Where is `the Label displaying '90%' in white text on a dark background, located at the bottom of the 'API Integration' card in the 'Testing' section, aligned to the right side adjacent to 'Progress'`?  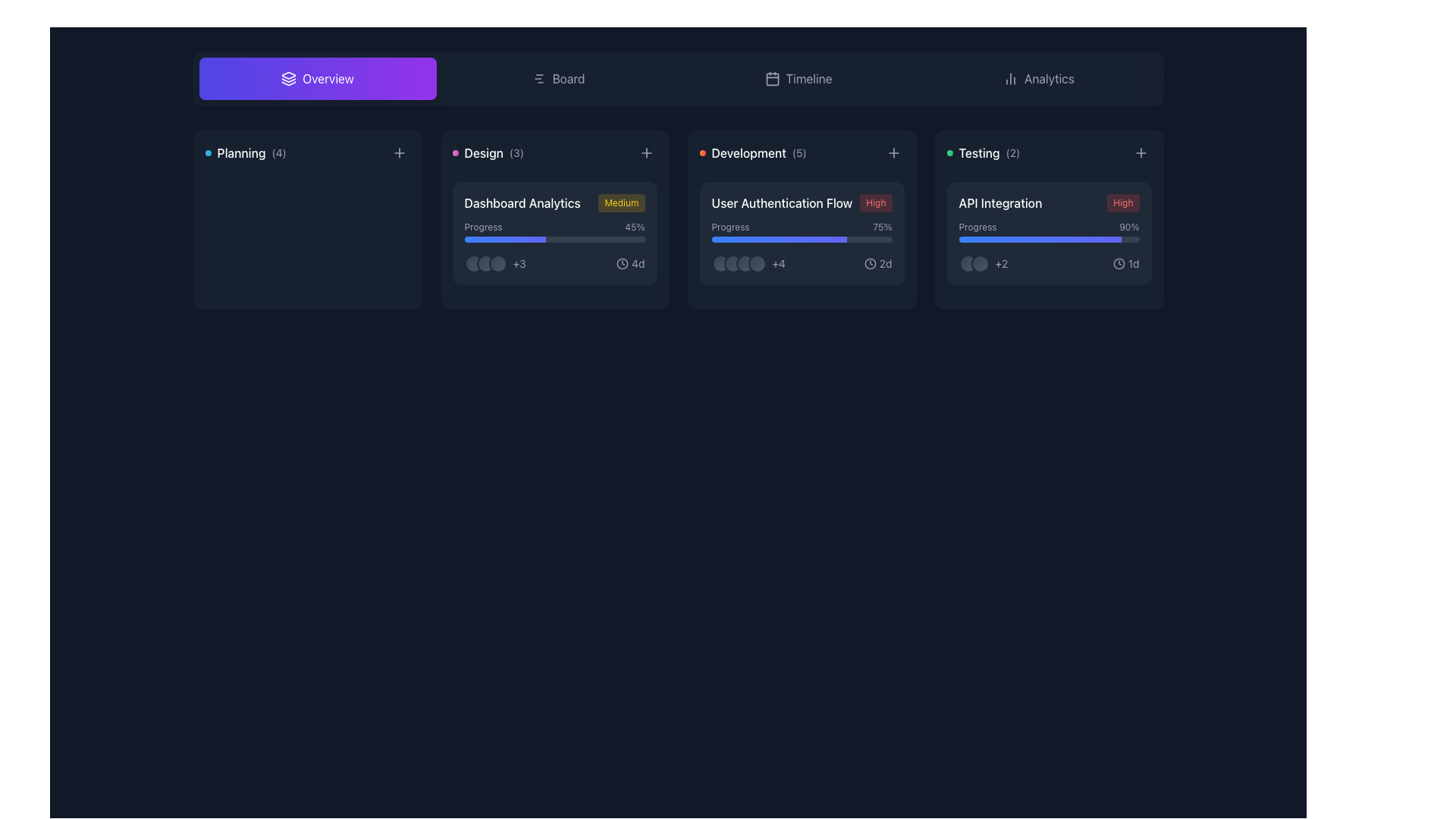 the Label displaying '90%' in white text on a dark background, located at the bottom of the 'API Integration' card in the 'Testing' section, aligned to the right side adjacent to 'Progress' is located at coordinates (1129, 227).